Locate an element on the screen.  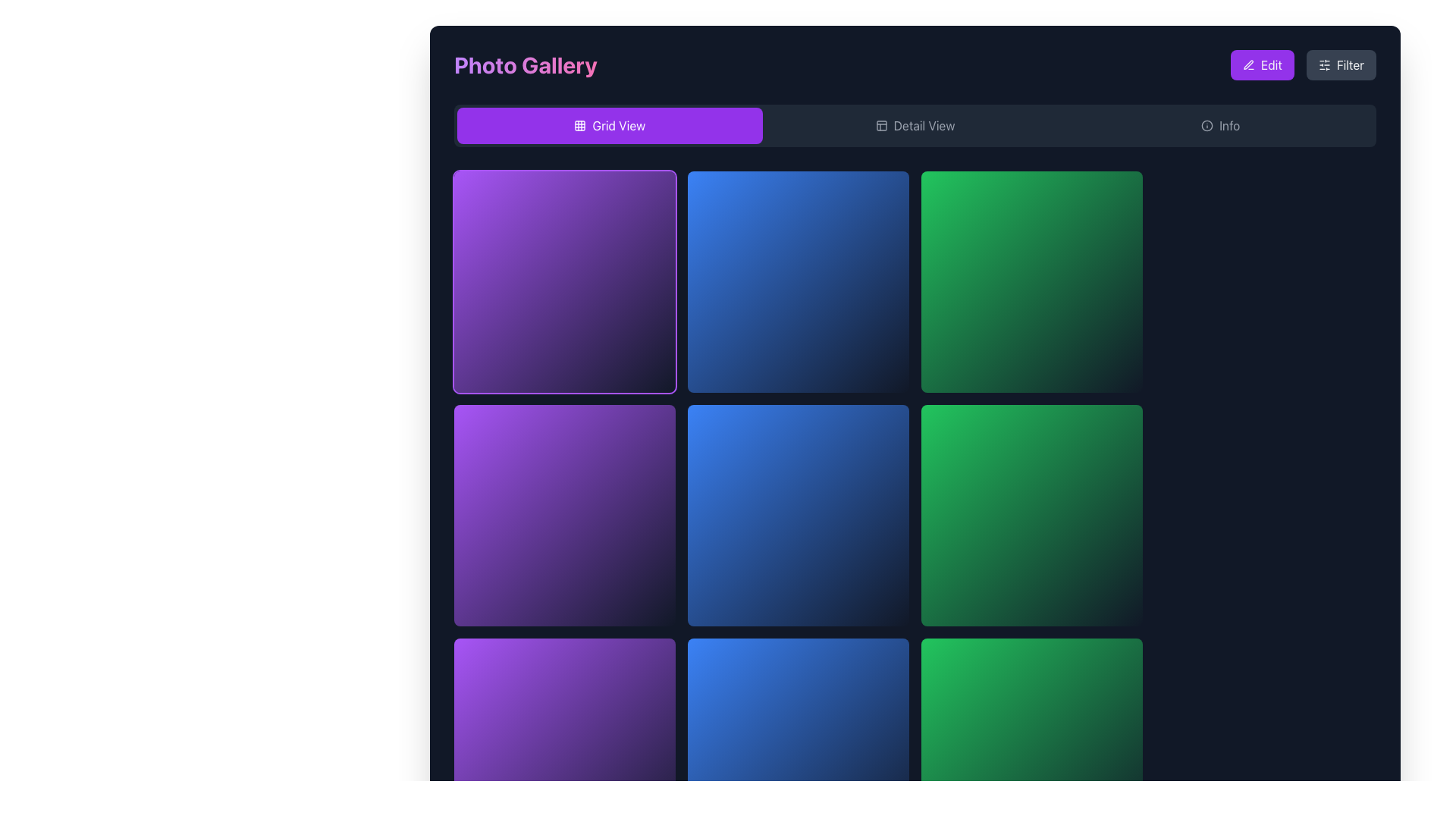
the third button in a horizontal row of buttons, located to the right of the 'Detail View' button is located at coordinates (1220, 124).